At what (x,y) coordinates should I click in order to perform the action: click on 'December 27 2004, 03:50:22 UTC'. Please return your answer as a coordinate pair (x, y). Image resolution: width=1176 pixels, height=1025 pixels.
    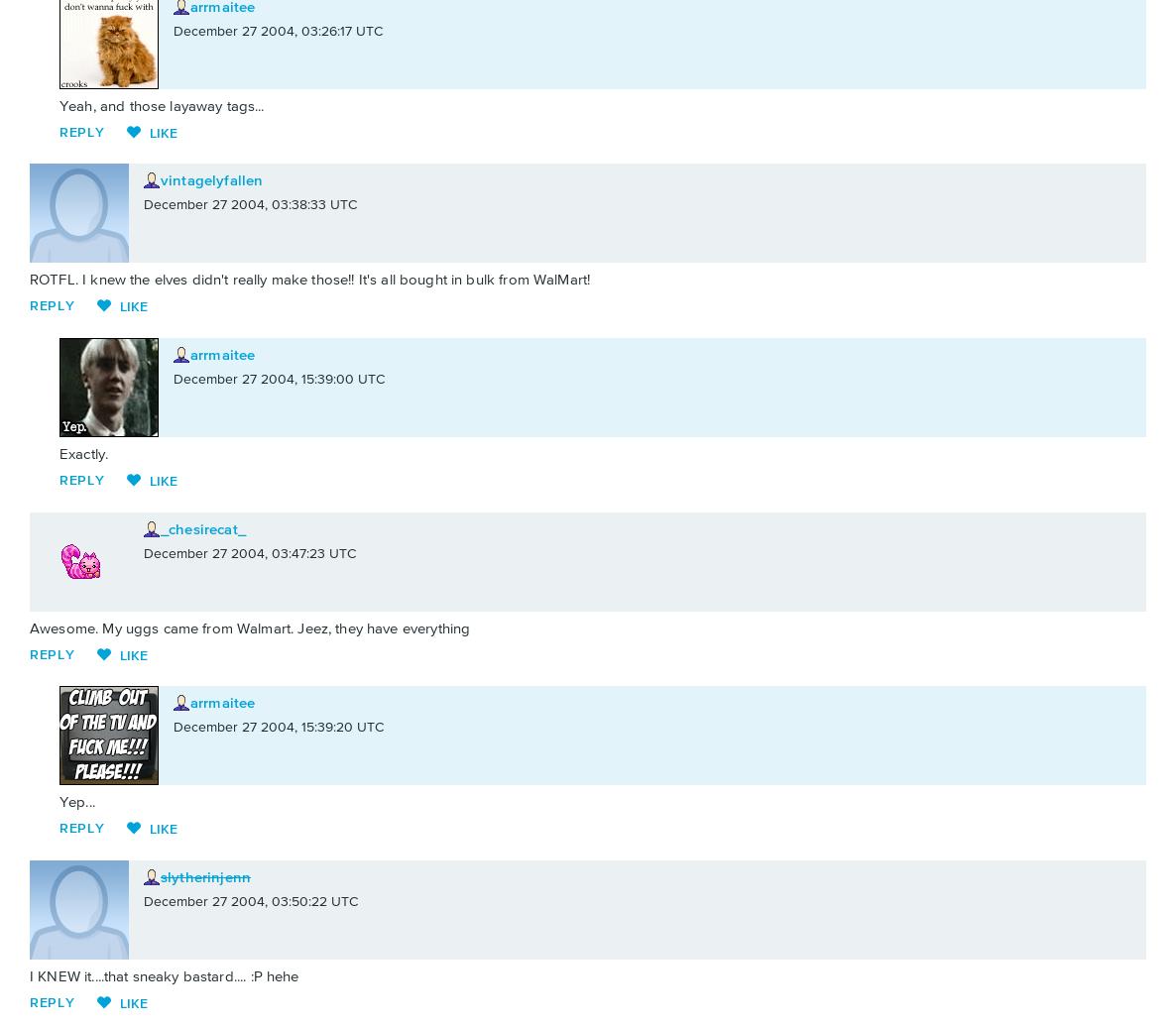
    Looking at the image, I should click on (249, 899).